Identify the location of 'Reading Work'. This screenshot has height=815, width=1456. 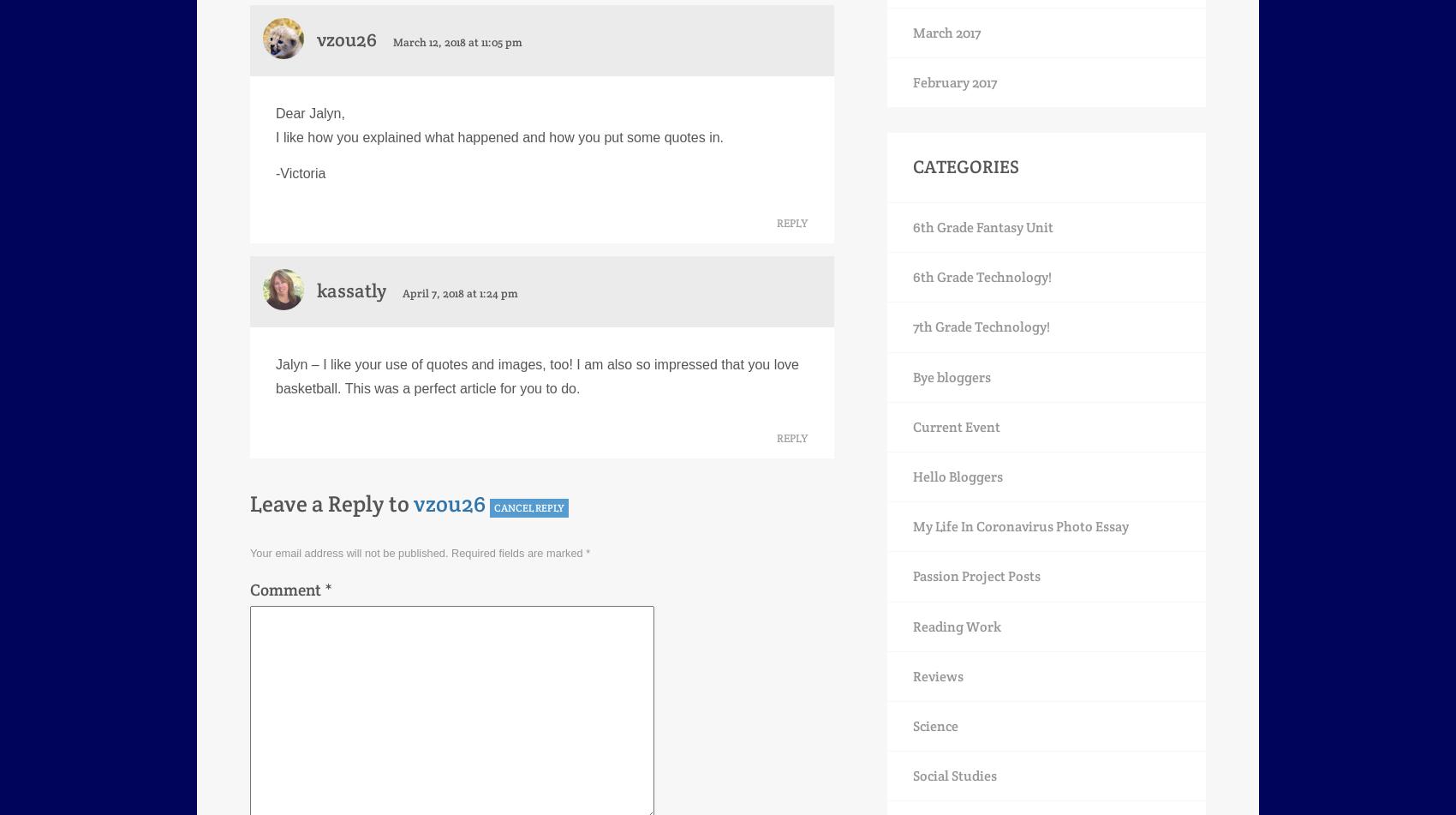
(913, 625).